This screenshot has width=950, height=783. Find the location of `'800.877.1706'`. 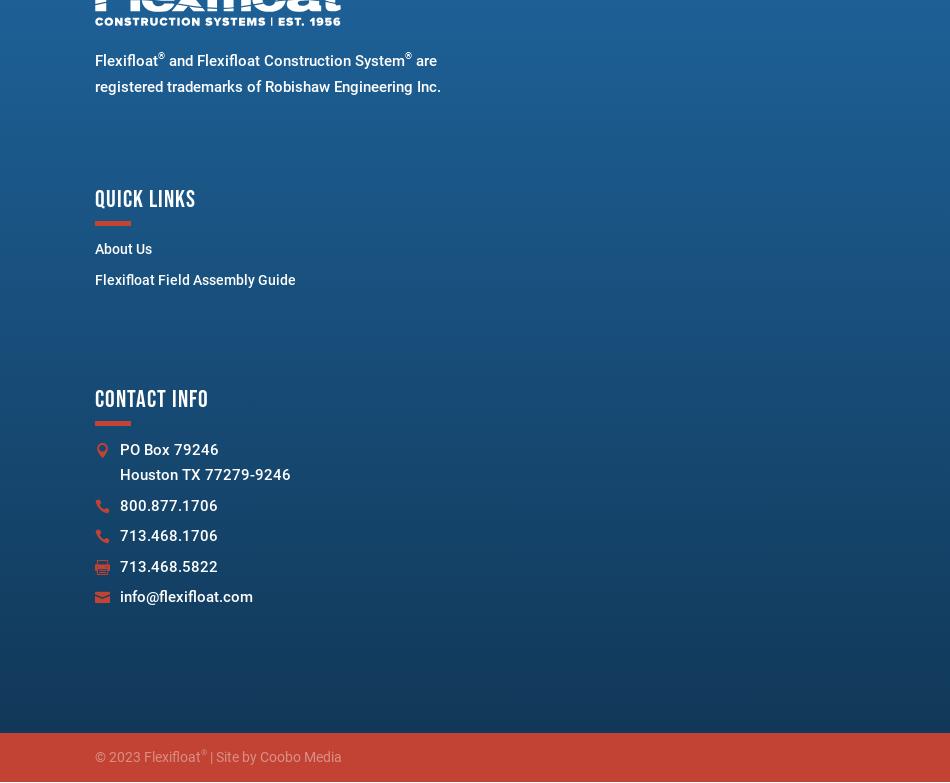

'800.877.1706' is located at coordinates (169, 504).